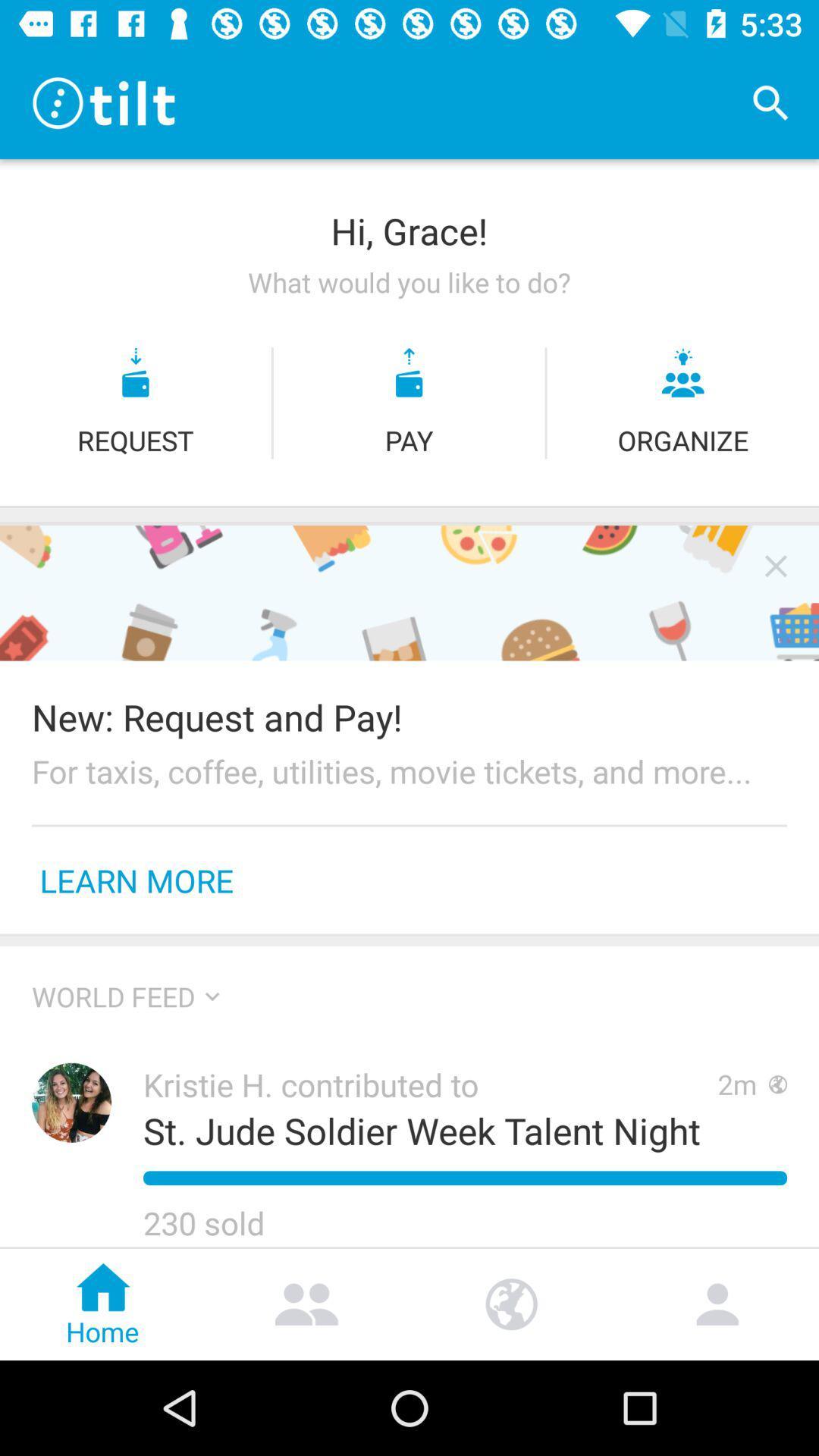 The image size is (819, 1456). What do you see at coordinates (71, 1103) in the screenshot?
I see `the icon to the left of the kristie h contributed` at bounding box center [71, 1103].